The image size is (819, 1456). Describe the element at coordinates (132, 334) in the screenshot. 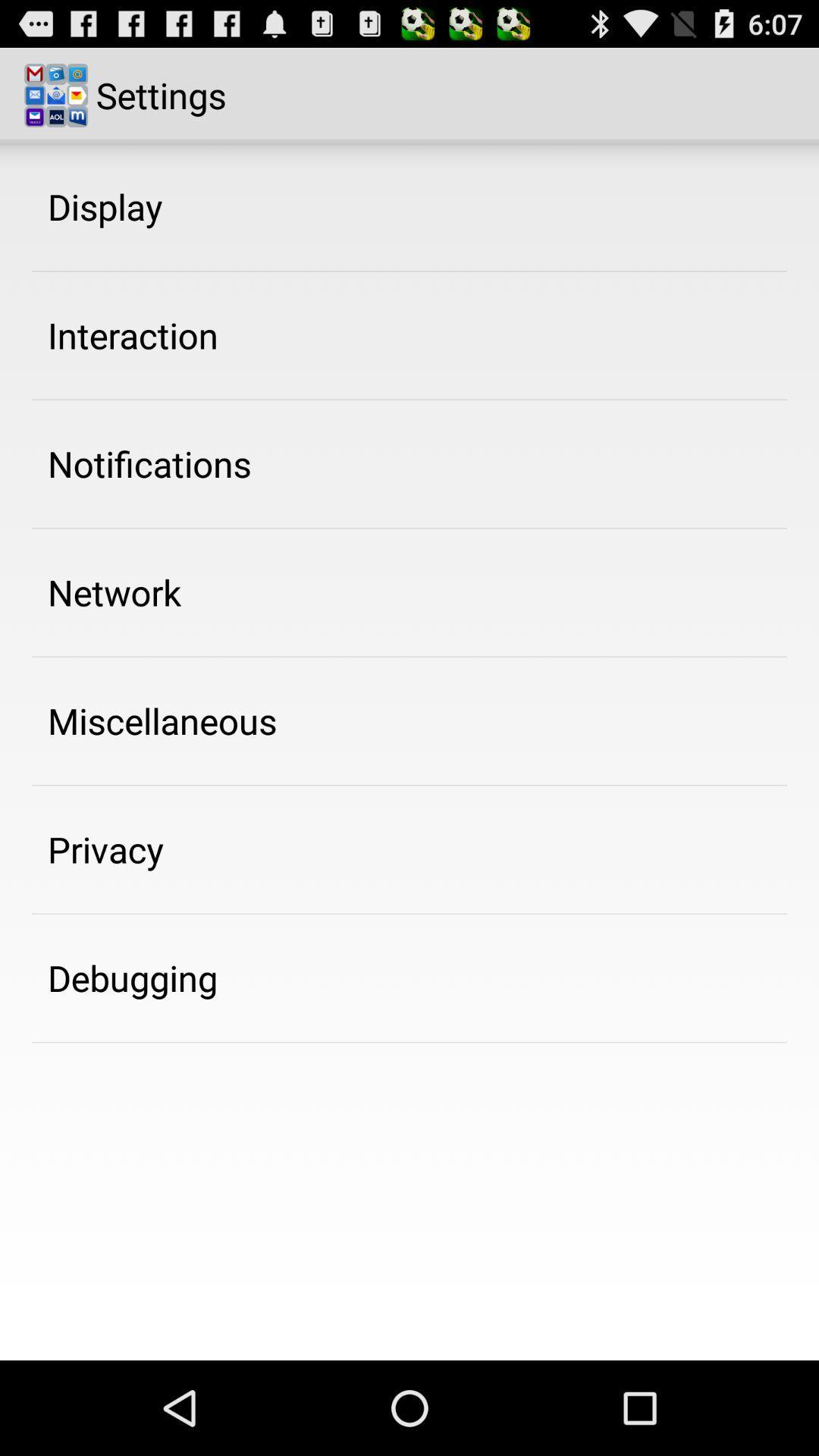

I see `interaction` at that location.